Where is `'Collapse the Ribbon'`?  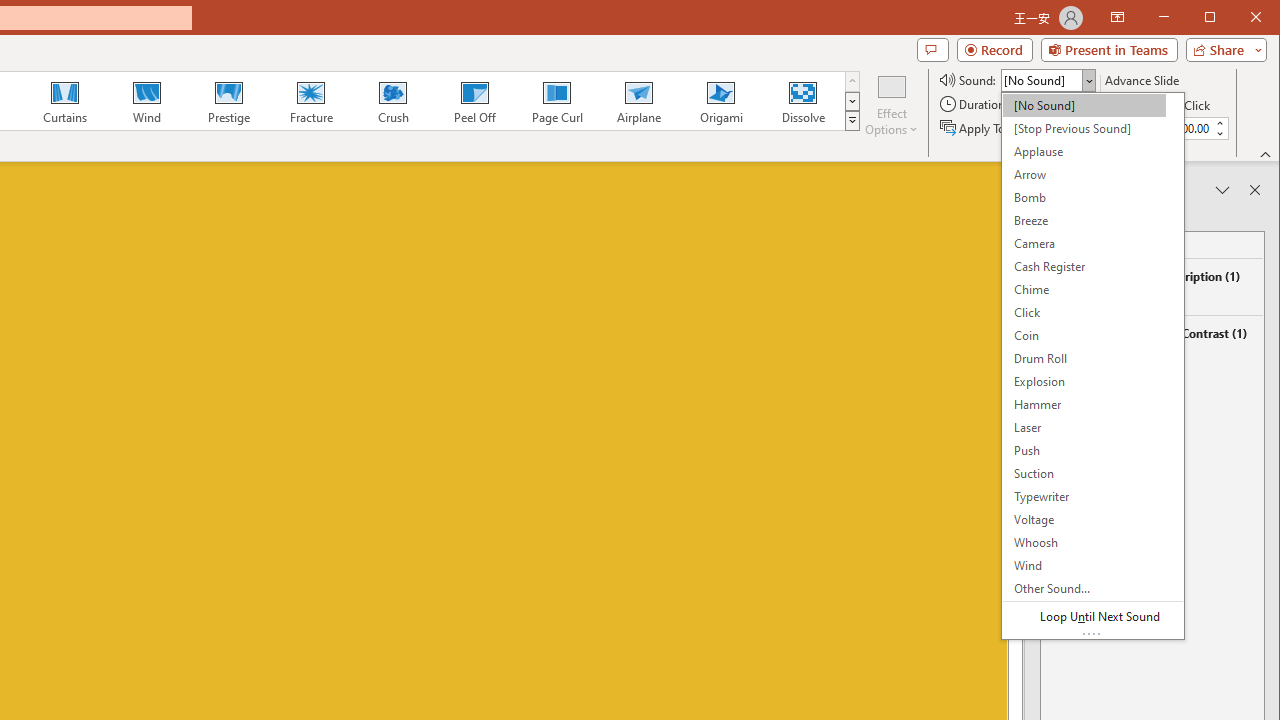 'Collapse the Ribbon' is located at coordinates (1265, 153).